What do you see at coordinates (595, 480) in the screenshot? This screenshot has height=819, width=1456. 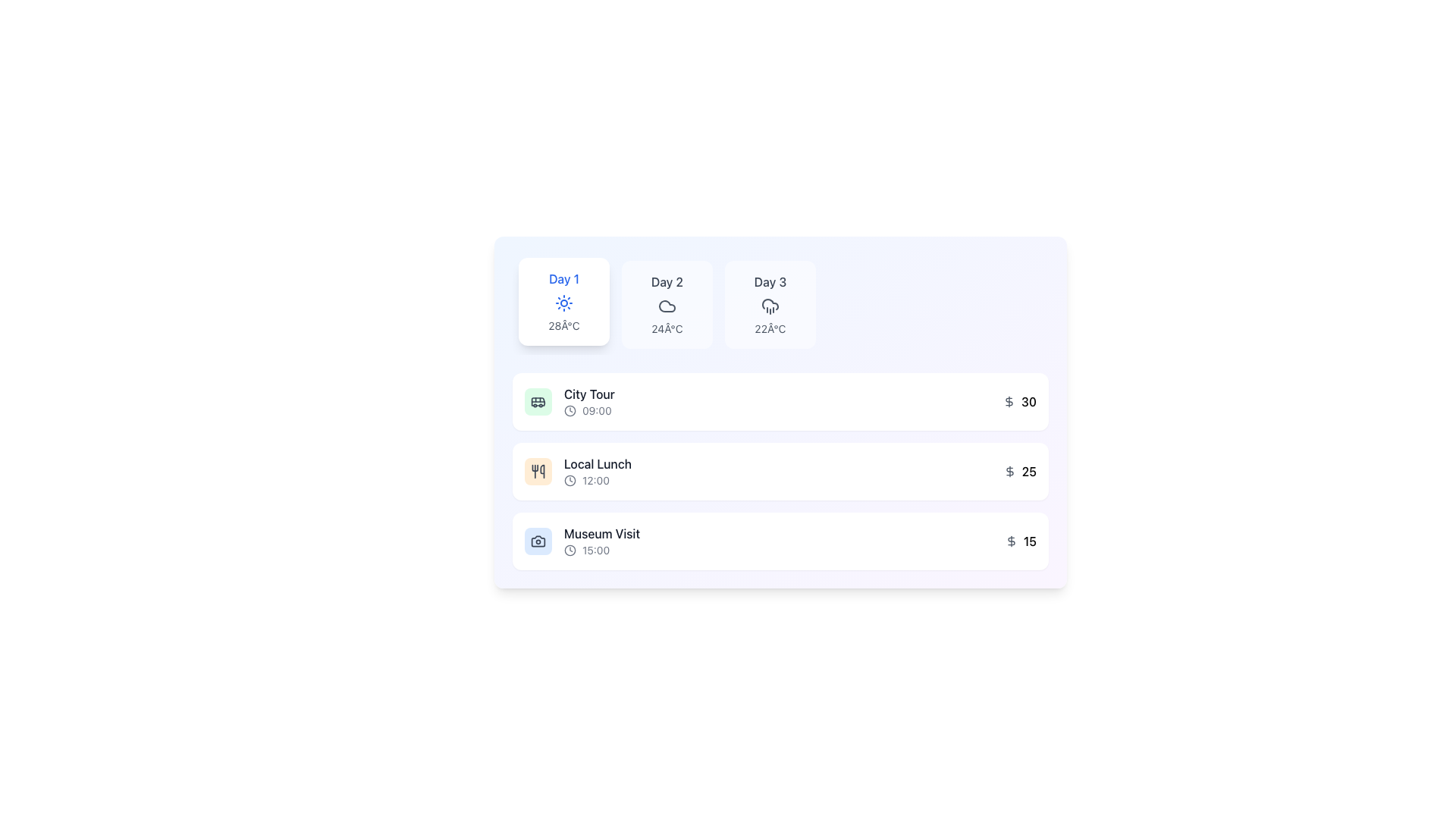 I see `the text displaying the scheduled time for the 'Local Lunch' event, which is positioned directly to the right of a clock icon` at bounding box center [595, 480].